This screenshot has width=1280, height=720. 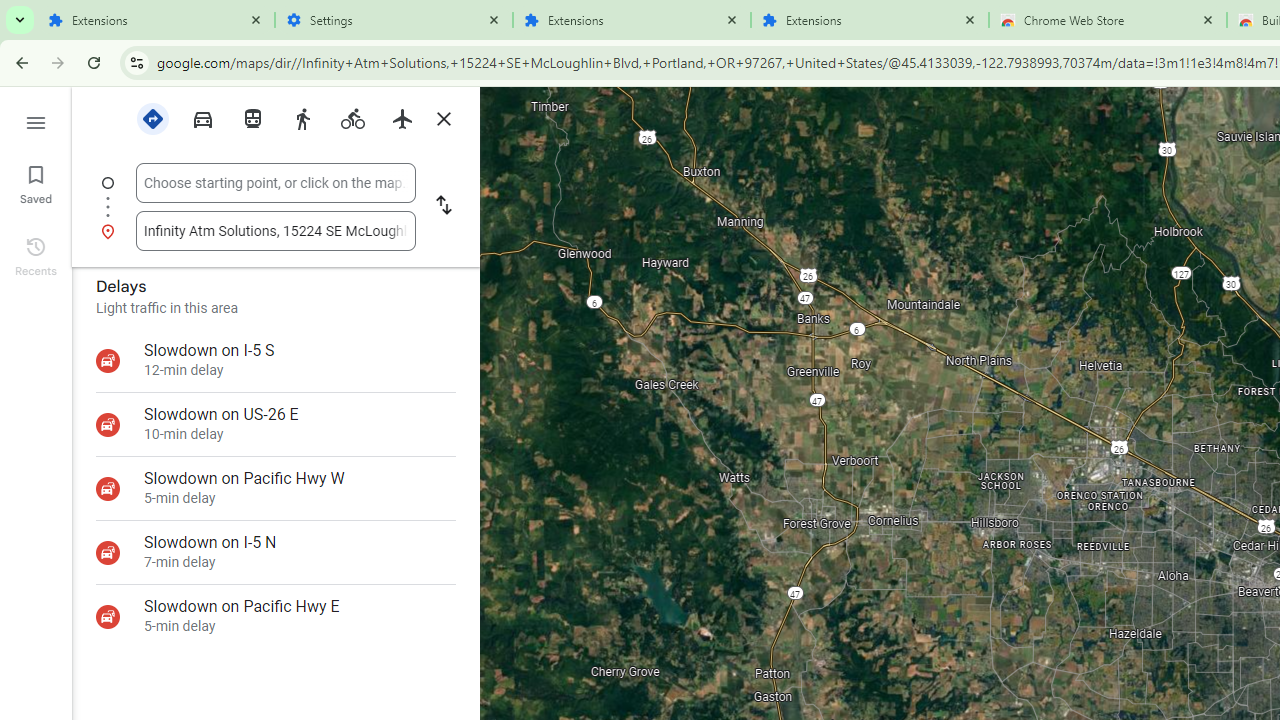 What do you see at coordinates (155, 20) in the screenshot?
I see `'Extensions'` at bounding box center [155, 20].